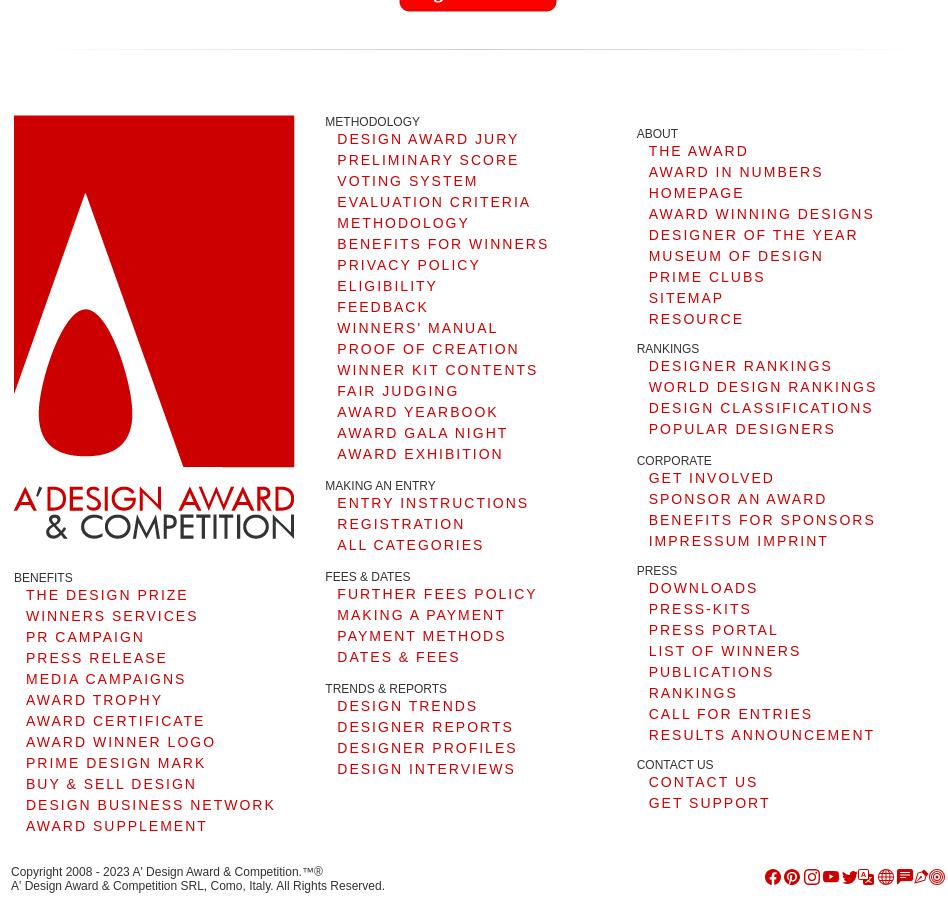 This screenshot has width=948, height=902. What do you see at coordinates (400, 521) in the screenshot?
I see `'REGISTRATION'` at bounding box center [400, 521].